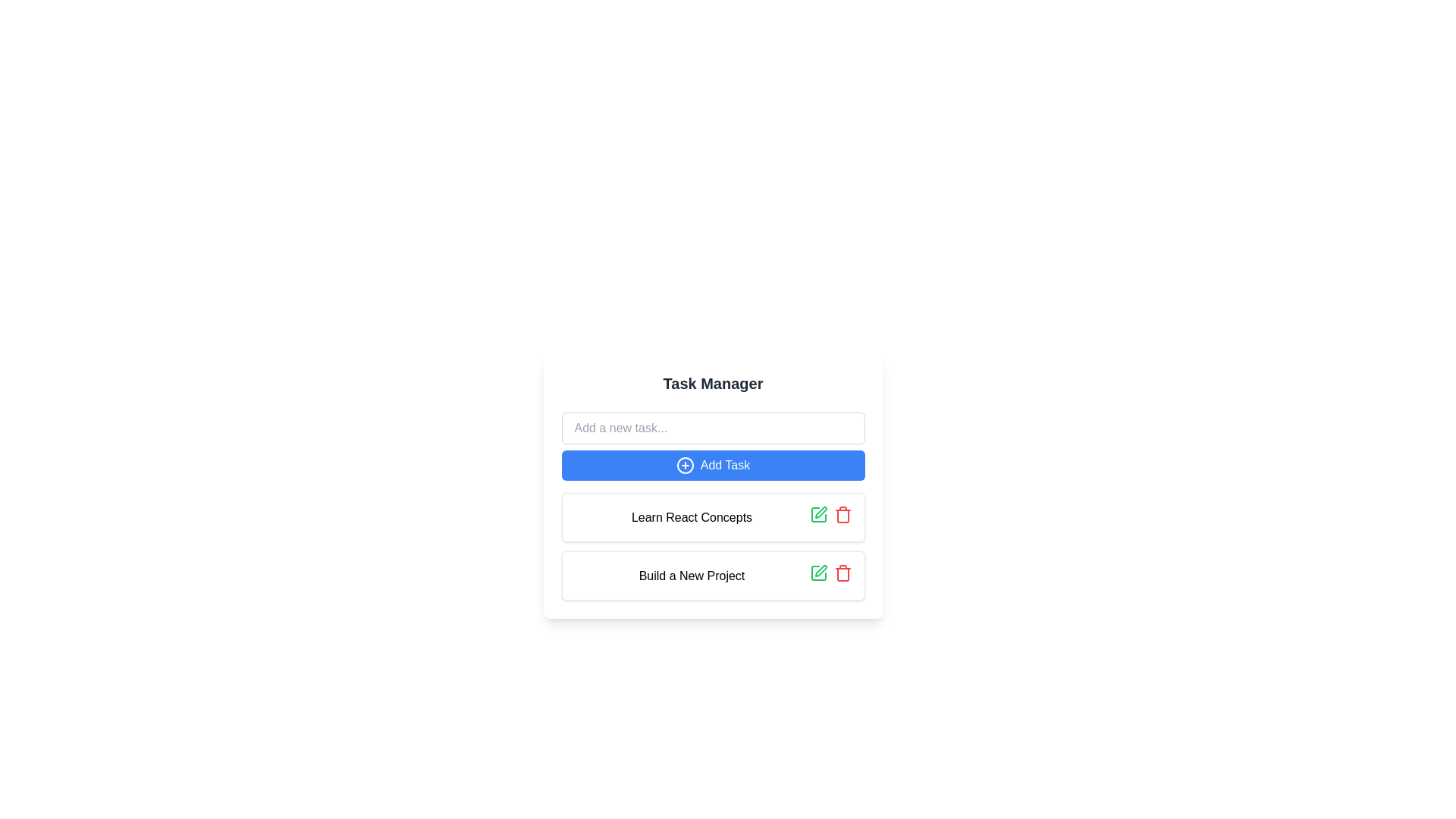  Describe the element at coordinates (712, 486) in the screenshot. I see `the 'Add Task' button located directly below the input field labeled 'Add a new task'` at that location.